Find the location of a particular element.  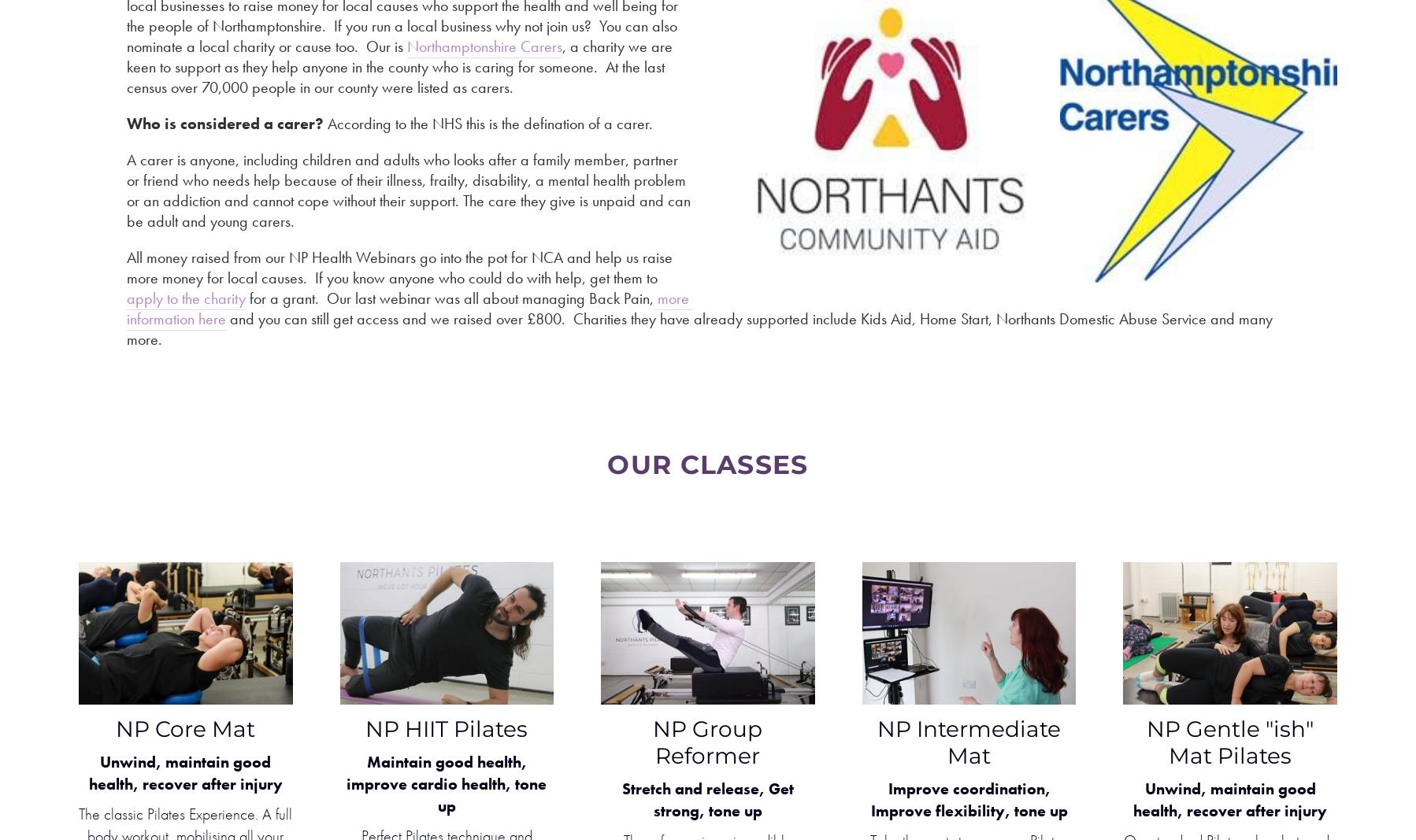

'oUR cLASSES' is located at coordinates (606, 464).